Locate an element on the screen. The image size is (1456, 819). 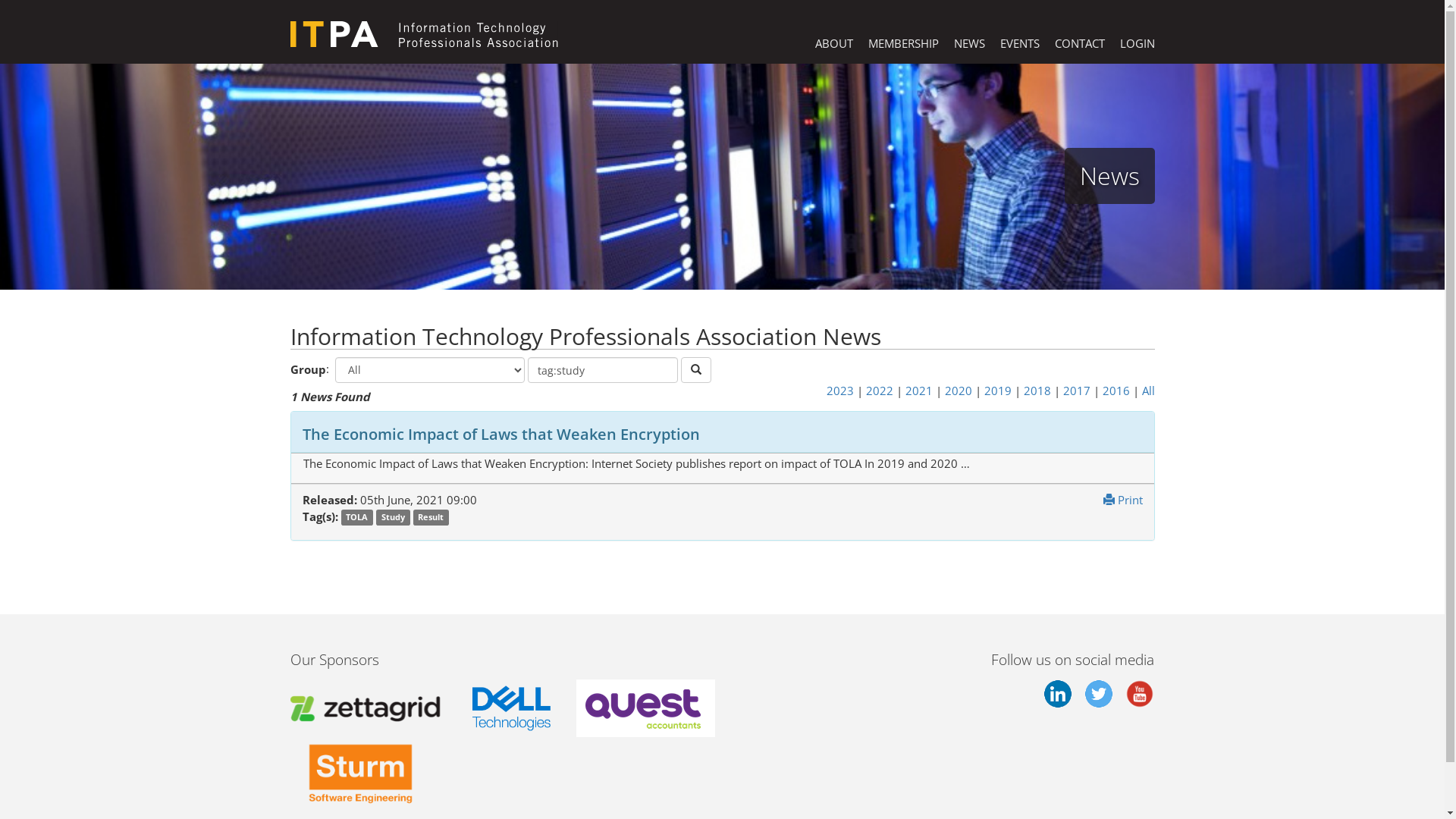
'Dell Technologies' is located at coordinates (510, 707).